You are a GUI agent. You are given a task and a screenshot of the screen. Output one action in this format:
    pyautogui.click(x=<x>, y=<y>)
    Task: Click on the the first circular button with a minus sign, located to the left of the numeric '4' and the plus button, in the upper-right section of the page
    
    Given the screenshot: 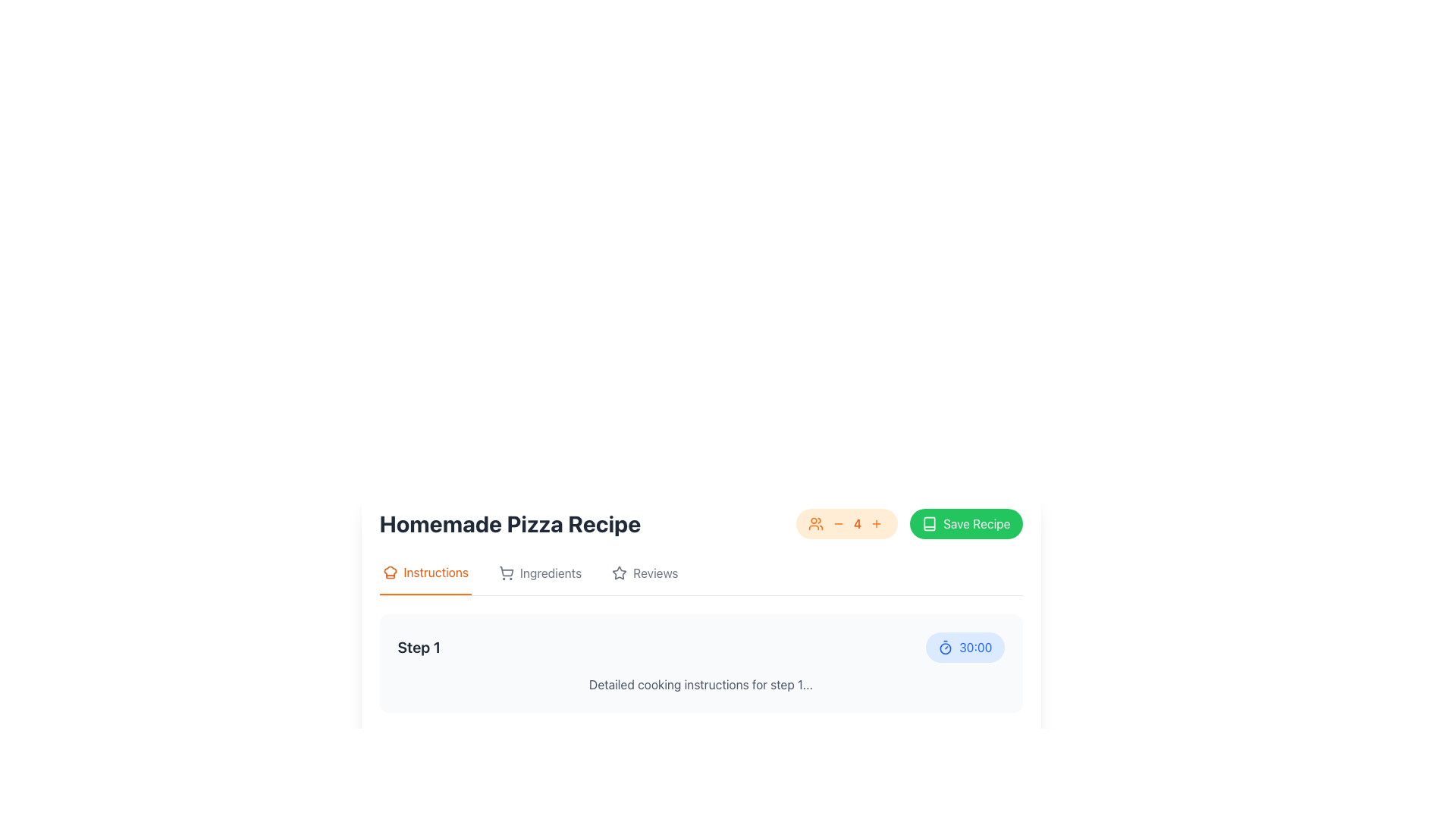 What is the action you would take?
    pyautogui.click(x=837, y=522)
    